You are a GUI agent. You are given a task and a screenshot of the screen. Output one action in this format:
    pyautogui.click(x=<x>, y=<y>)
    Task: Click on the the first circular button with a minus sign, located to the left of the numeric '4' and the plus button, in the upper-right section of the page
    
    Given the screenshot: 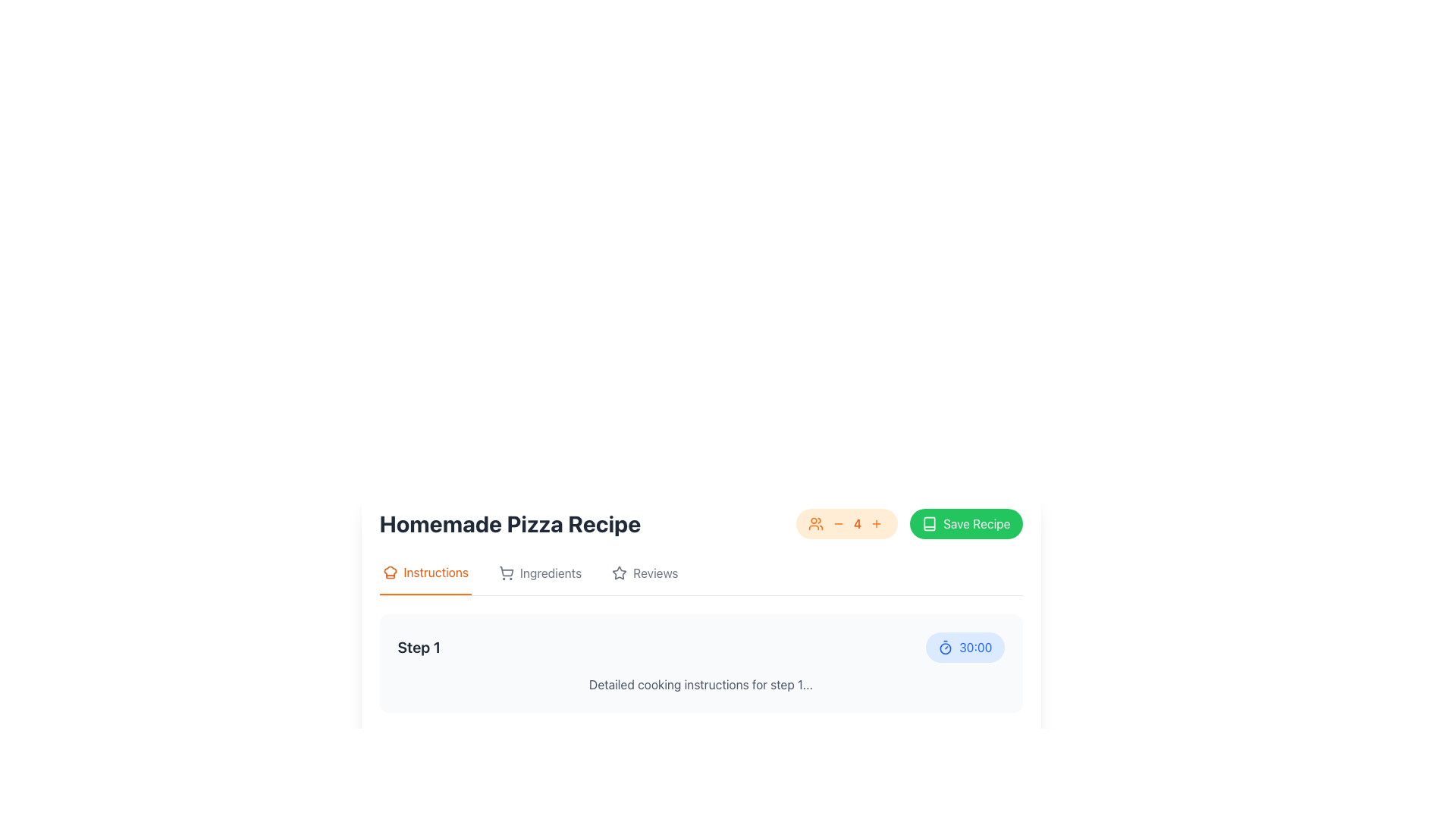 What is the action you would take?
    pyautogui.click(x=837, y=522)
    